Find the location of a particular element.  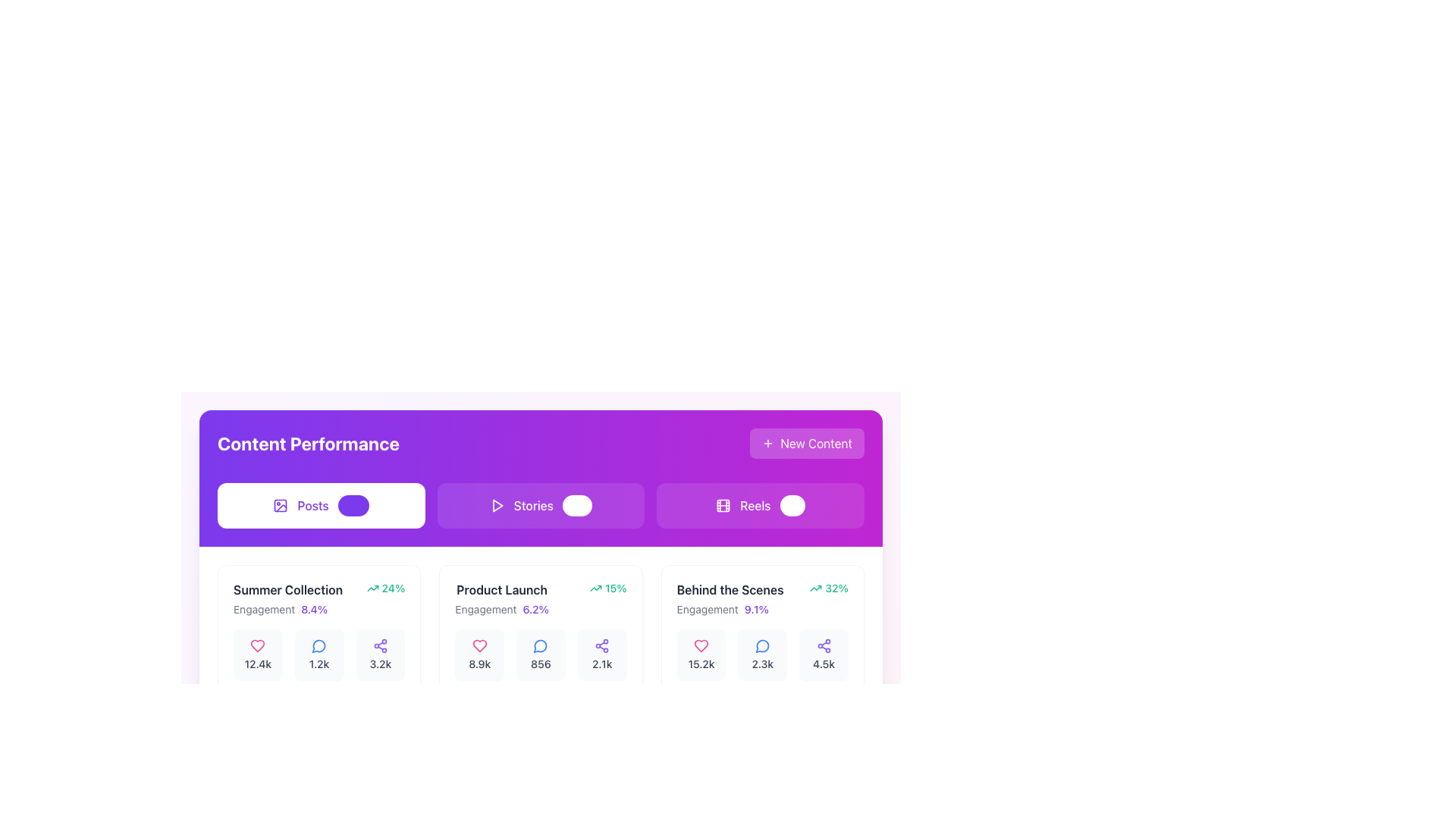

the 'Stories' button located in the middle of the 'Content Performance' section to filter the displayed content is located at coordinates (541, 506).